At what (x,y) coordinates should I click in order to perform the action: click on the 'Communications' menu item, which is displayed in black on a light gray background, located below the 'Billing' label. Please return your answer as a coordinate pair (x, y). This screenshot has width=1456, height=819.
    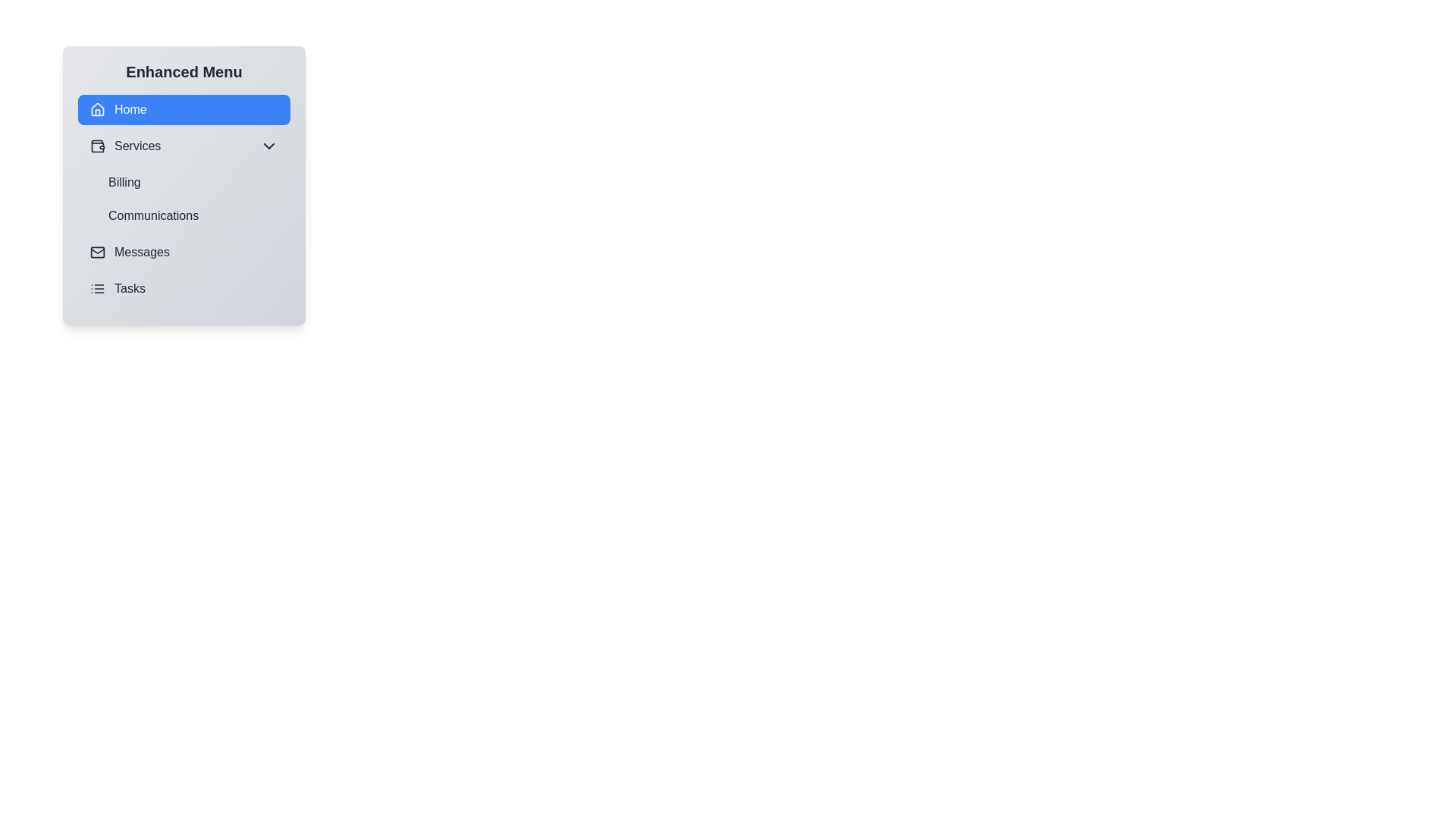
    Looking at the image, I should click on (192, 216).